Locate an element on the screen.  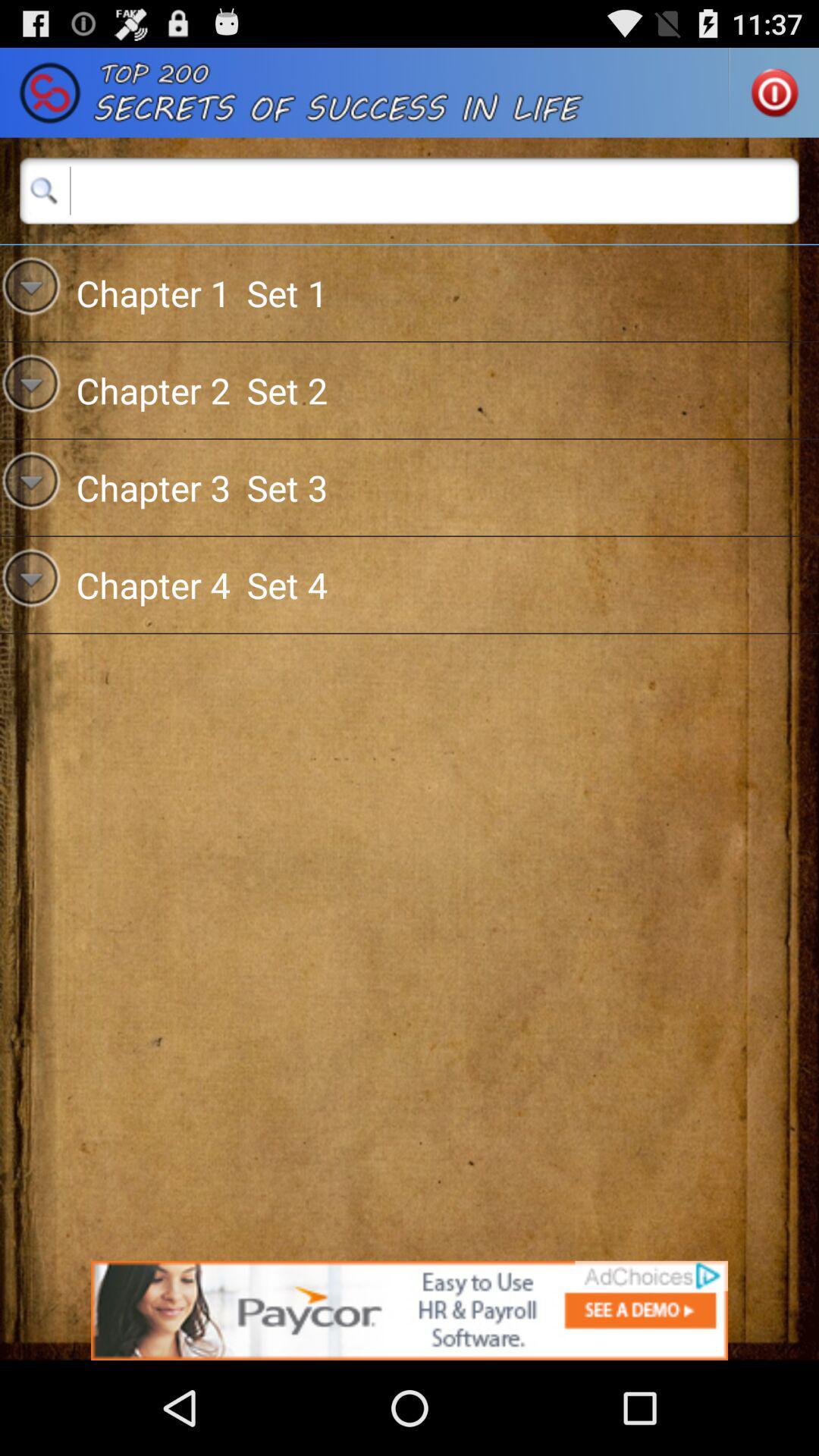
follow the banner is located at coordinates (409, 1310).